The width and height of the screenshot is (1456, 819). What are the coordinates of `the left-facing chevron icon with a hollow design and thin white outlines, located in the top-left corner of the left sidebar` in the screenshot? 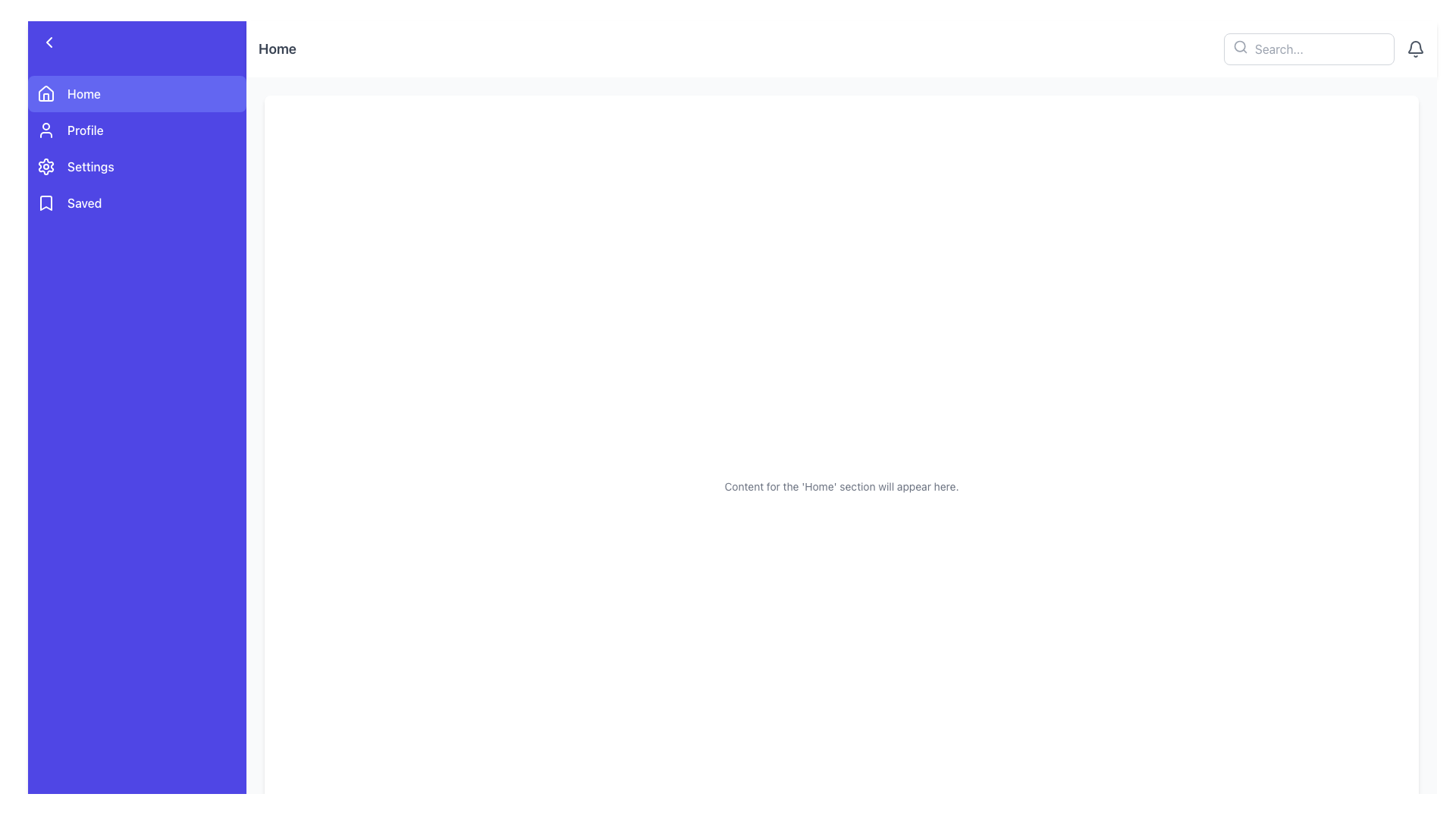 It's located at (49, 42).